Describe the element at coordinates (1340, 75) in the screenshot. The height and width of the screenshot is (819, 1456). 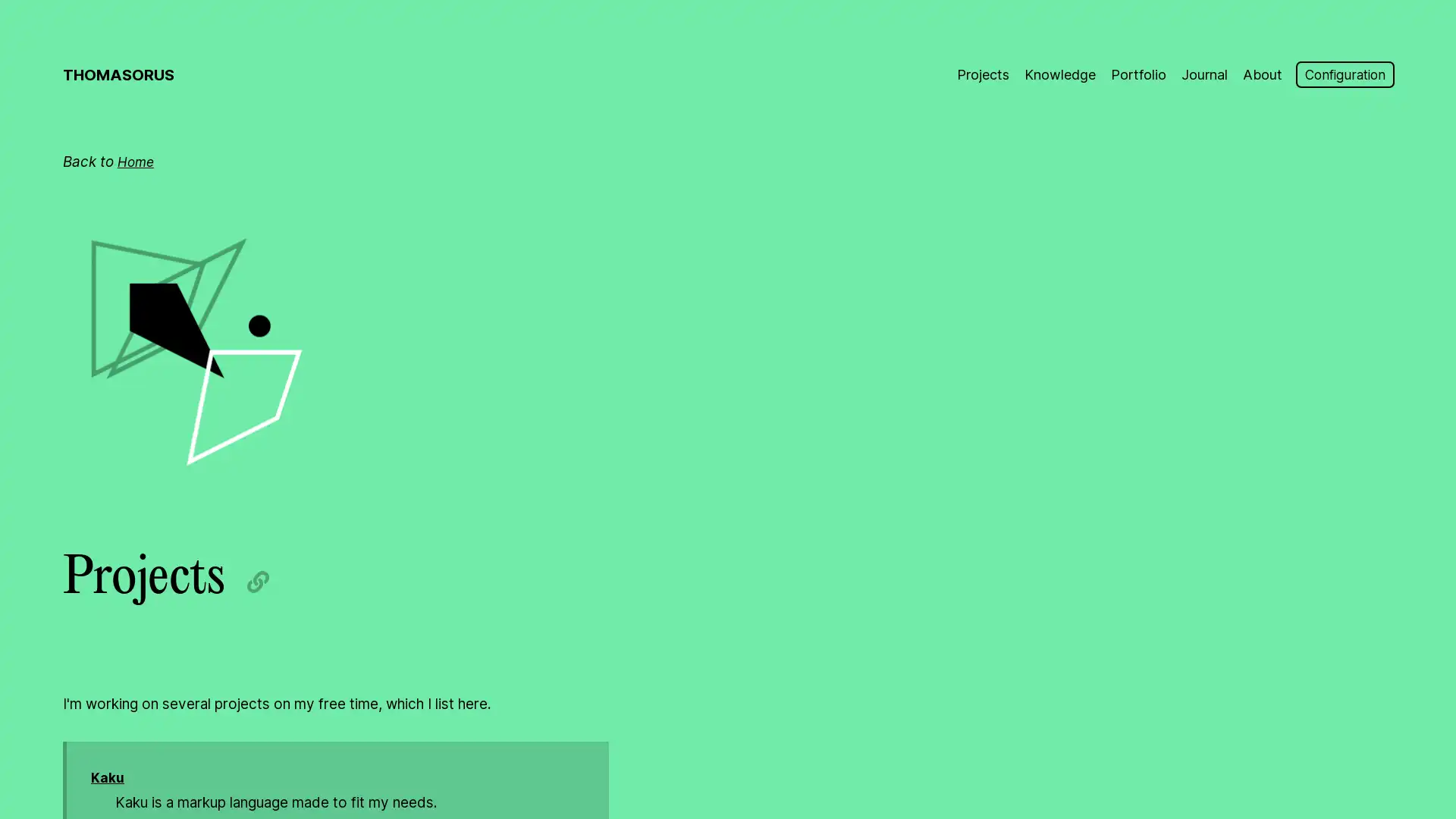
I see `Configuration` at that location.